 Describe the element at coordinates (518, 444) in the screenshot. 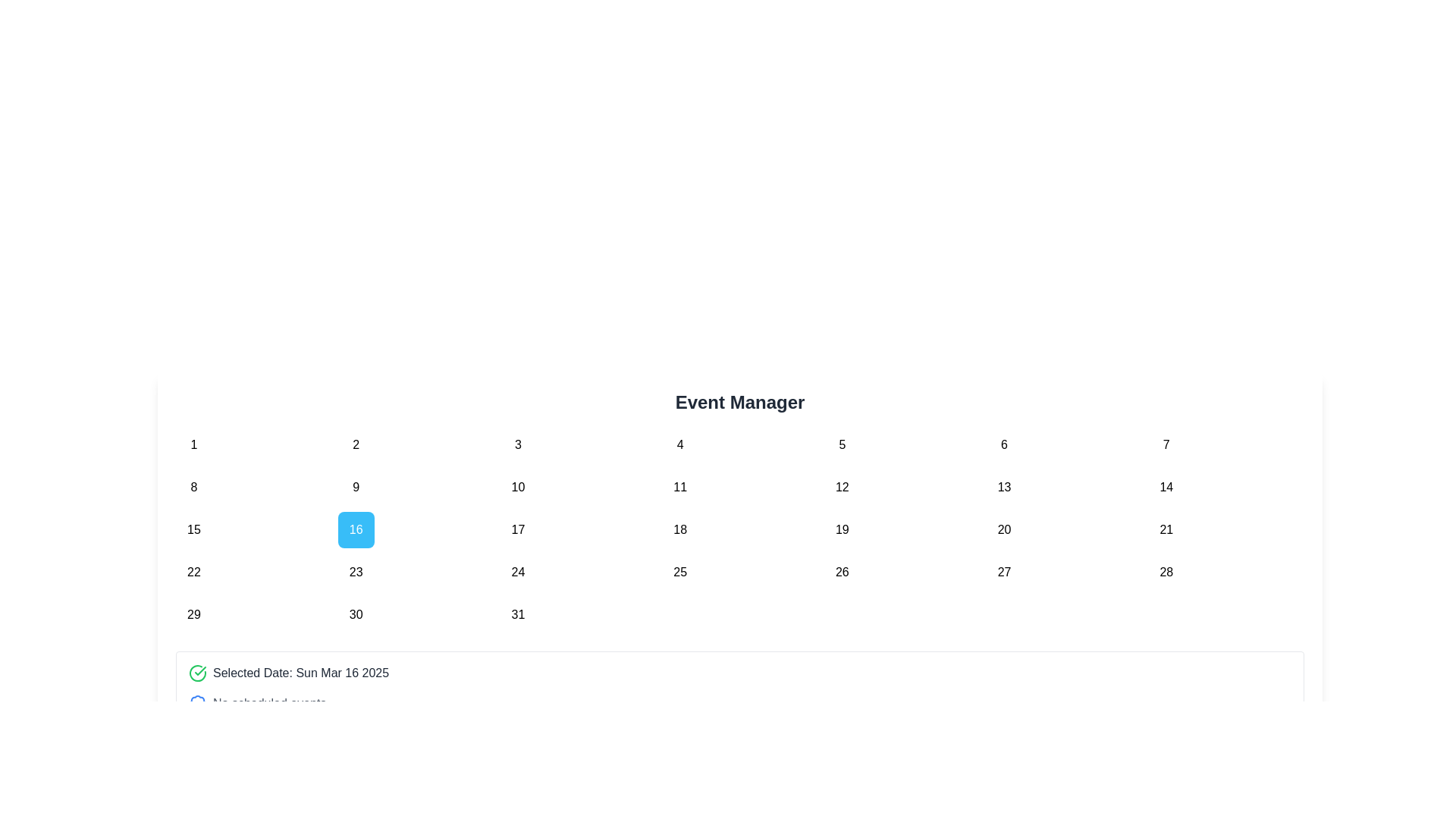

I see `the selectable day button in the calendar interface to interact` at that location.